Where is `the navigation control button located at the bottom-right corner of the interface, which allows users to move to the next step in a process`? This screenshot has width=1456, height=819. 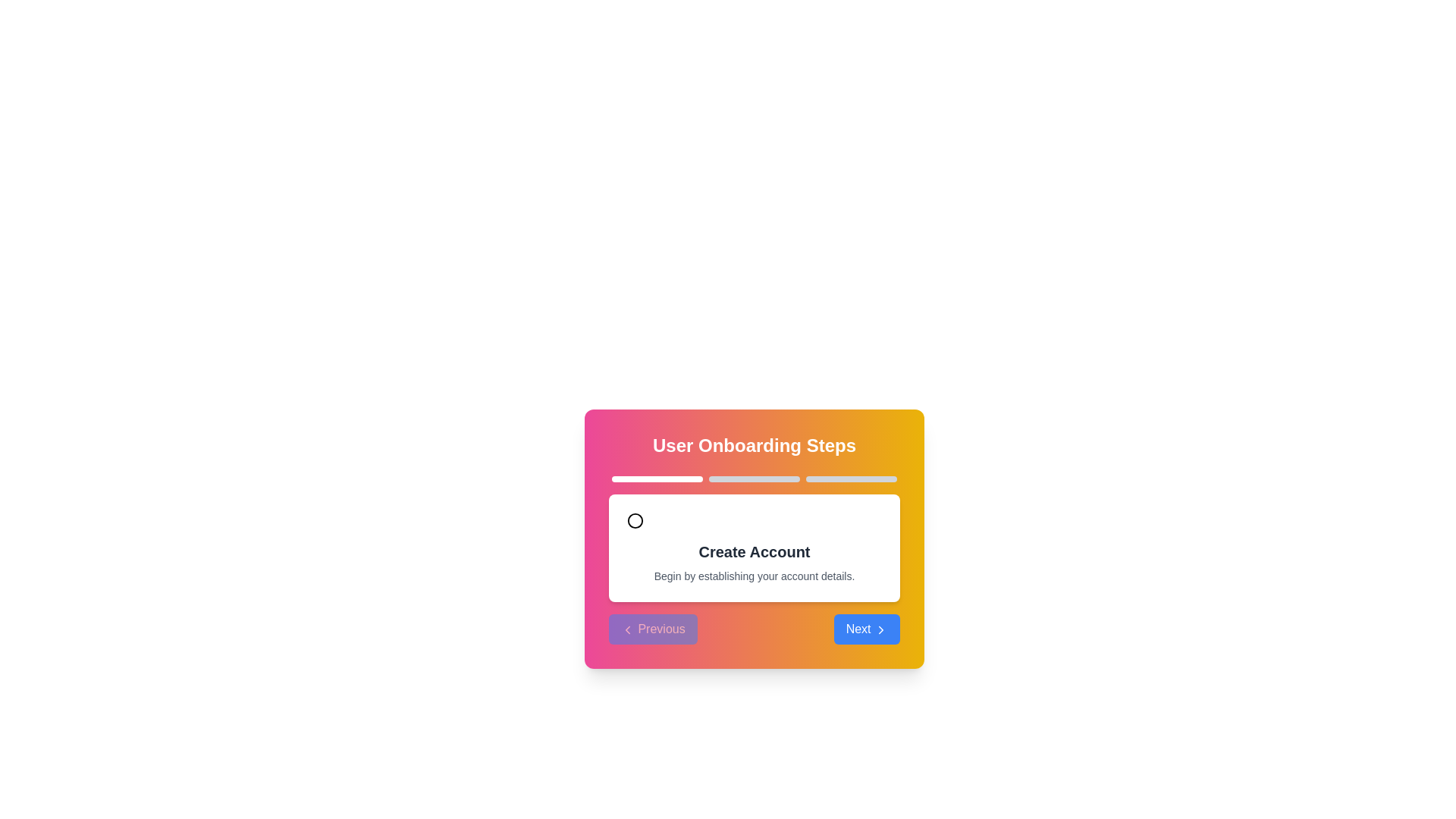
the navigation control button located at the bottom-right corner of the interface, which allows users to move to the next step in a process is located at coordinates (867, 629).